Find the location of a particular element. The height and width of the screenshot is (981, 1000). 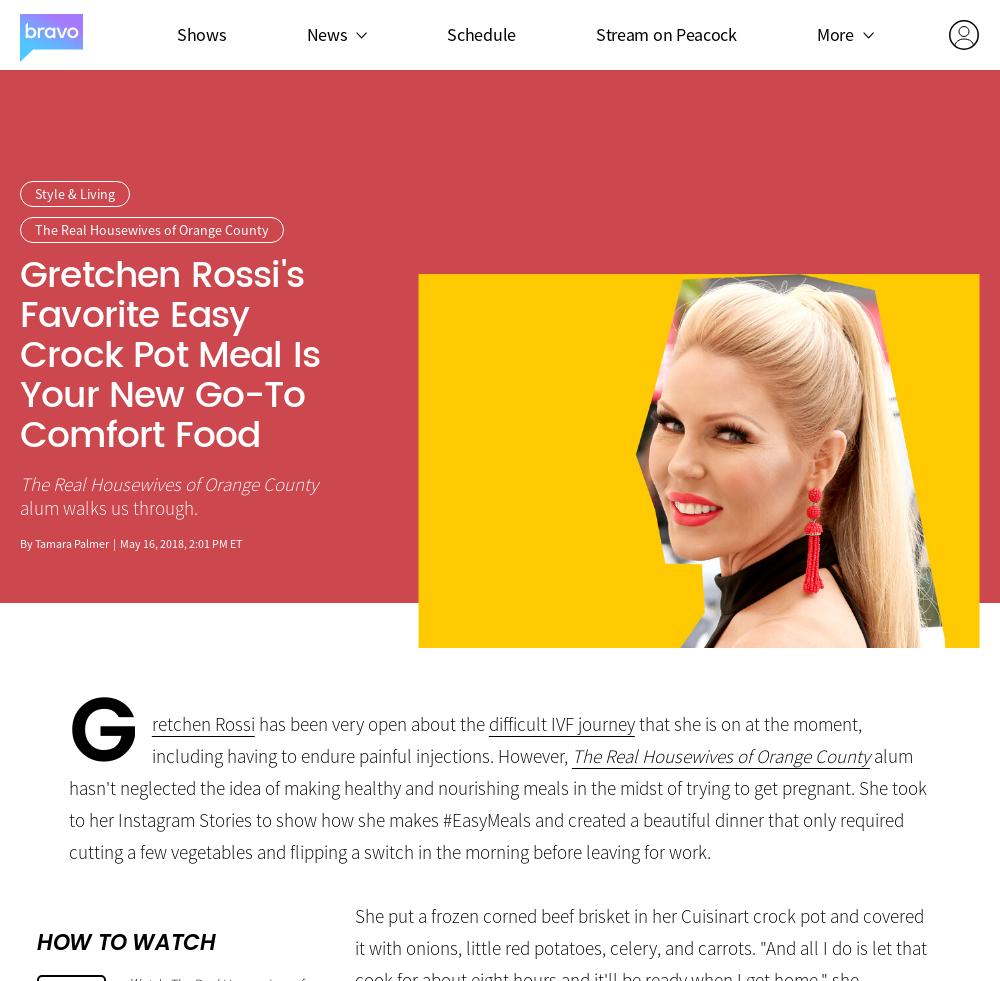

'More' is located at coordinates (833, 32).